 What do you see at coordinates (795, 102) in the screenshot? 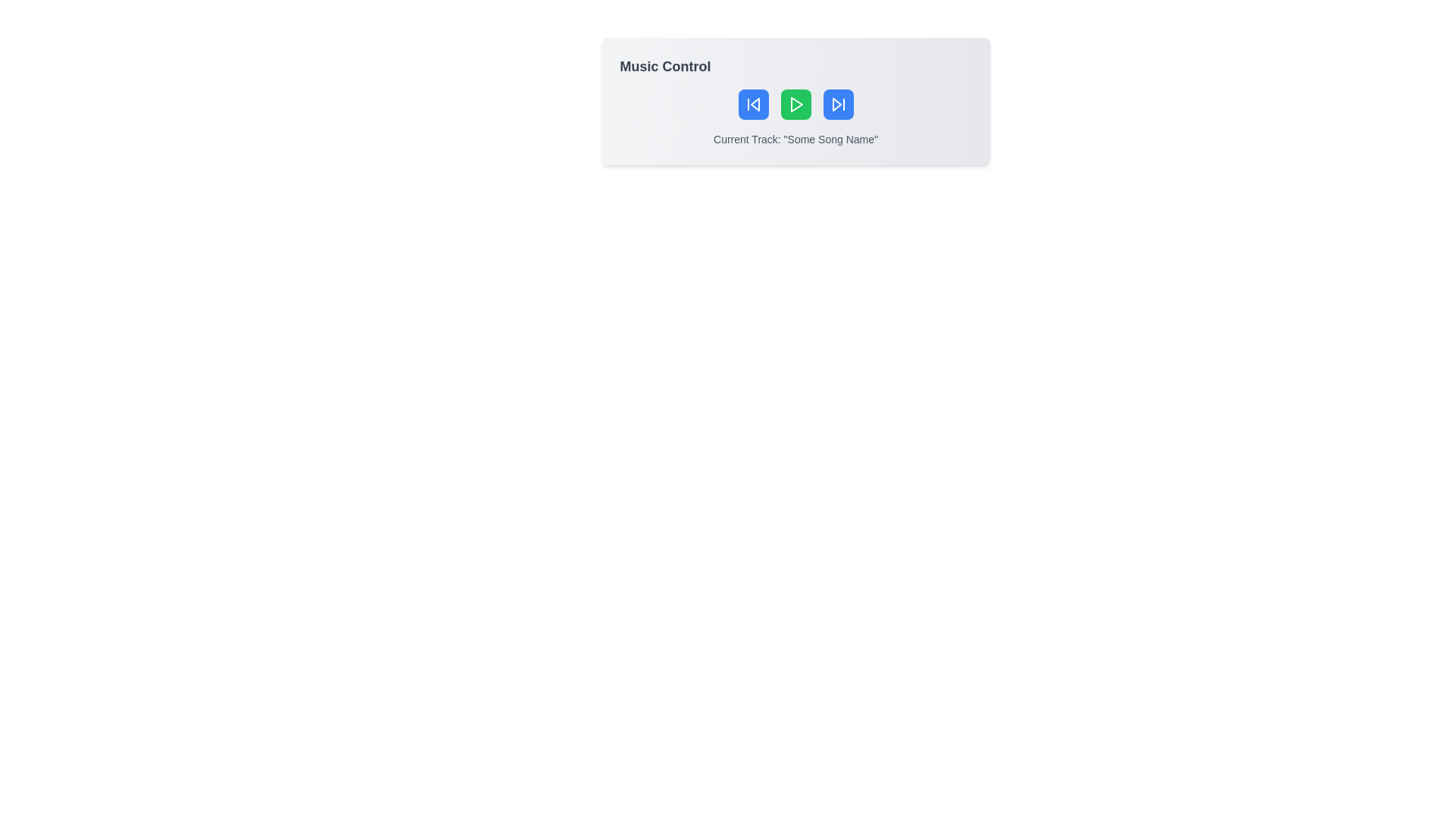
I see `the interactive music playback panel` at bounding box center [795, 102].